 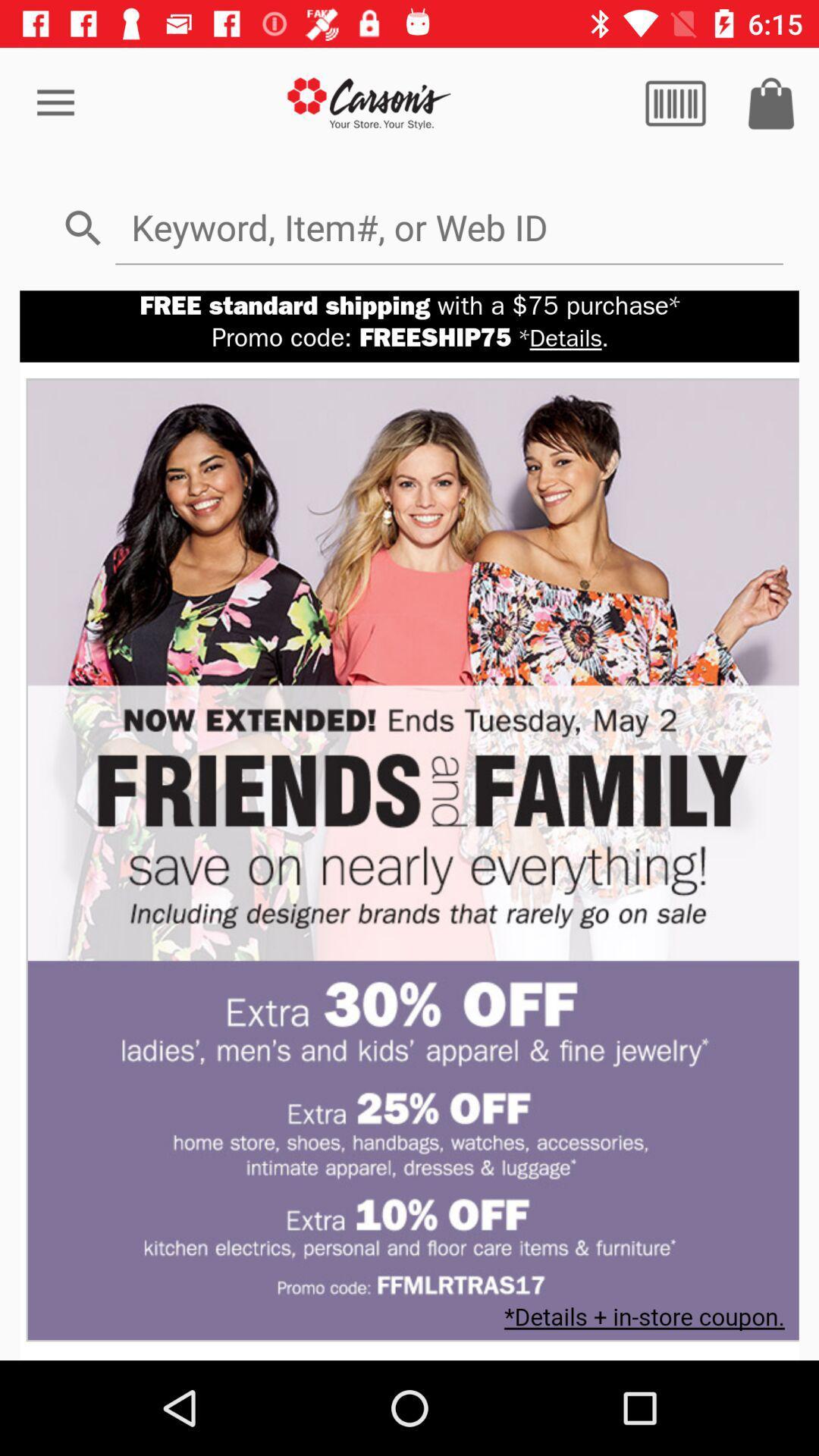 What do you see at coordinates (448, 226) in the screenshot?
I see `search` at bounding box center [448, 226].